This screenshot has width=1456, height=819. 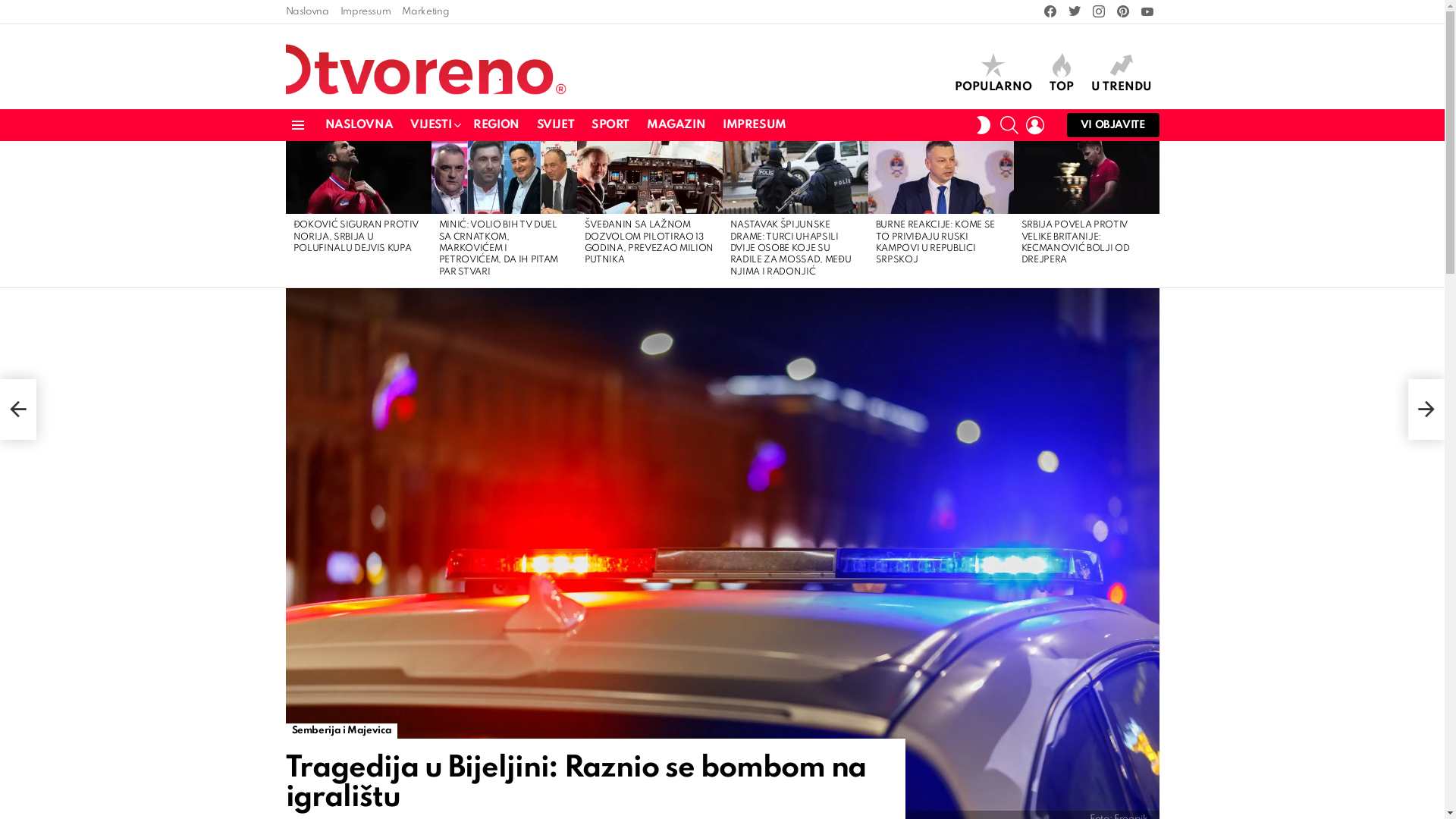 I want to click on 'U TRENDU', so click(x=1082, y=73).